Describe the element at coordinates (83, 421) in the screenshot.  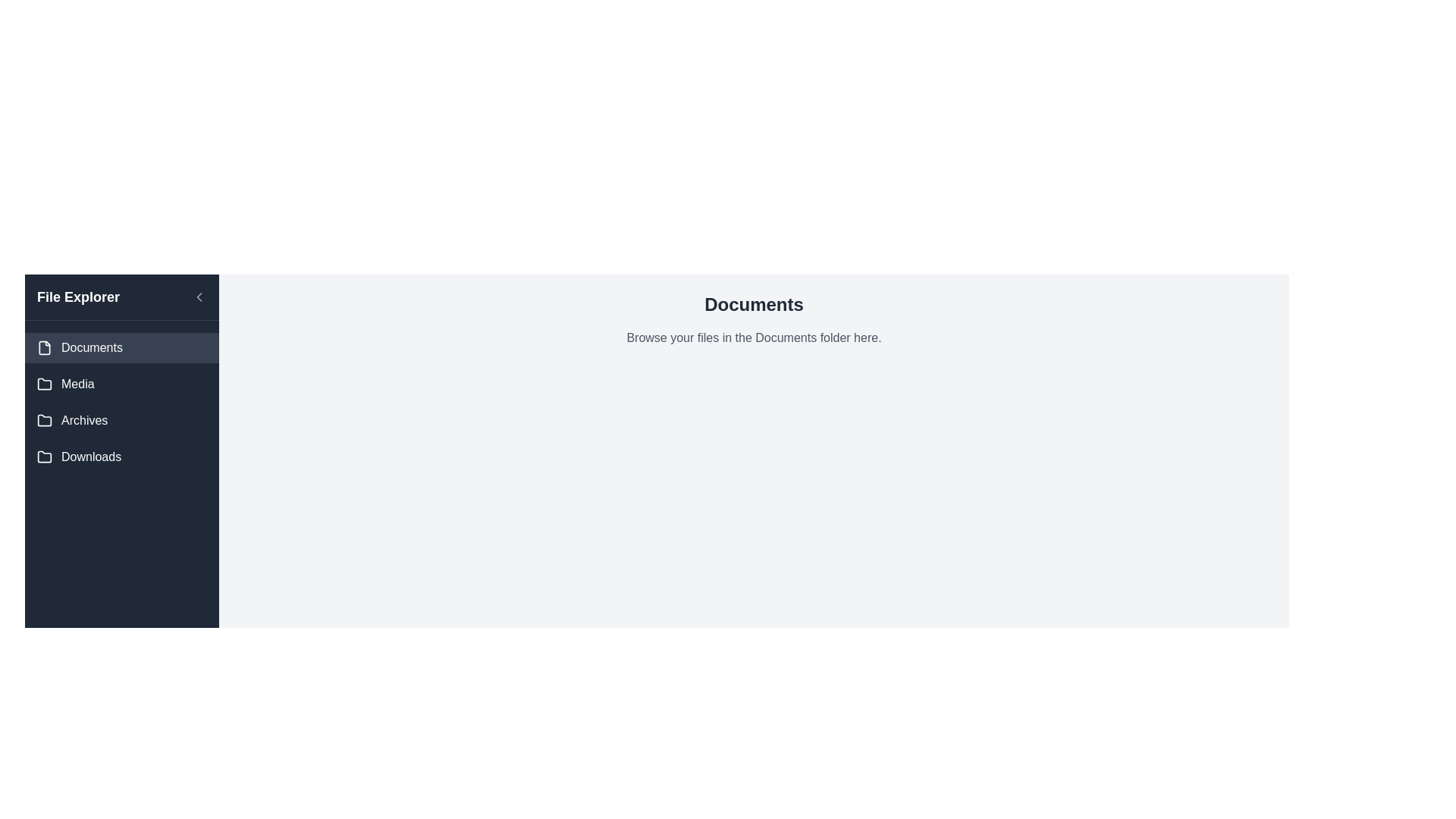
I see `the 'Archives' text label in the vertical navigational menu, which is located to the right of a folder icon and between 'Media' and 'Downloads'` at that location.